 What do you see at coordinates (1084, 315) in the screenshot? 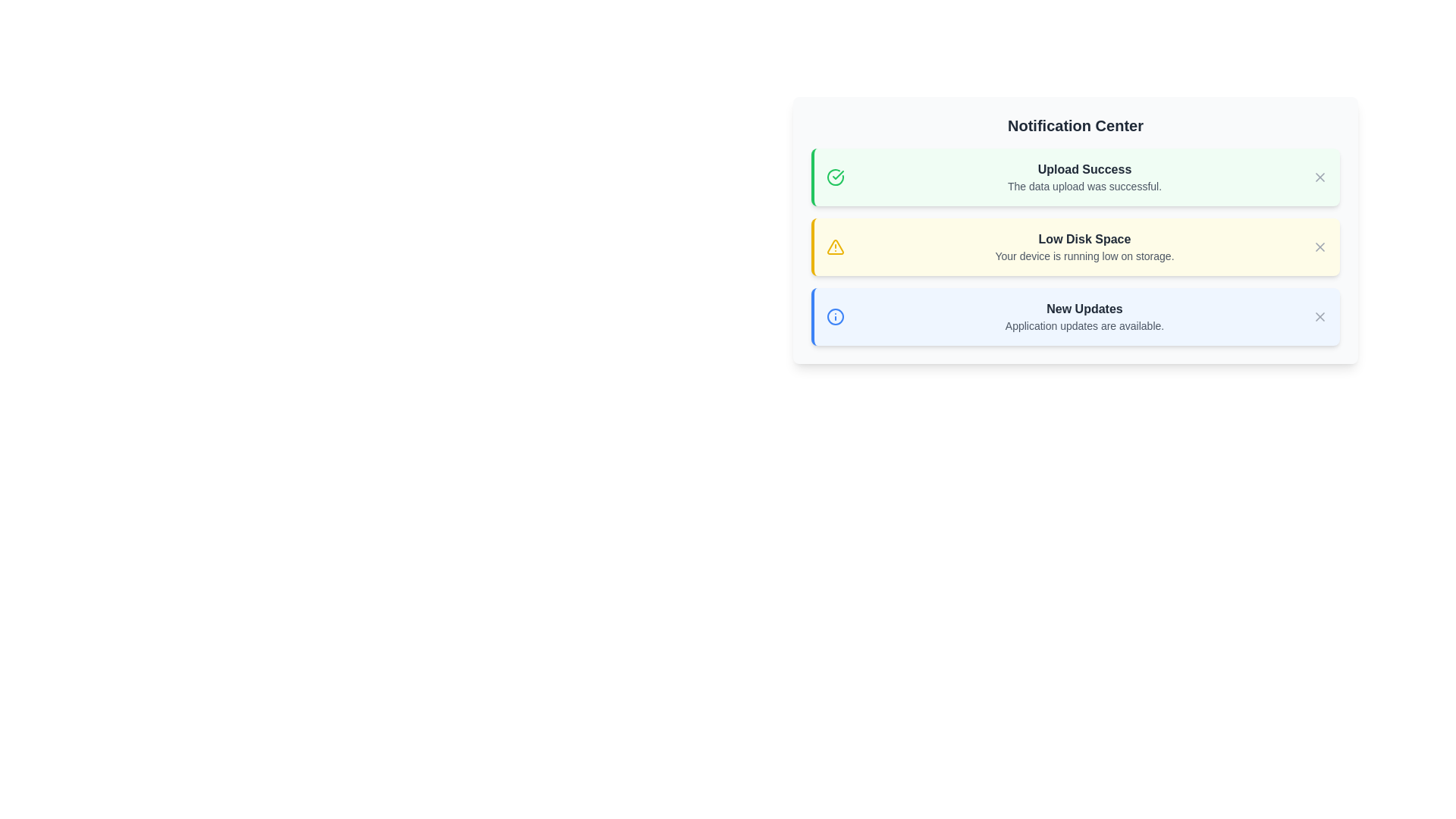
I see `the Static Information Text element in the Notification Center that informs about application updates, located below the 'Low Disk Space' notification` at bounding box center [1084, 315].